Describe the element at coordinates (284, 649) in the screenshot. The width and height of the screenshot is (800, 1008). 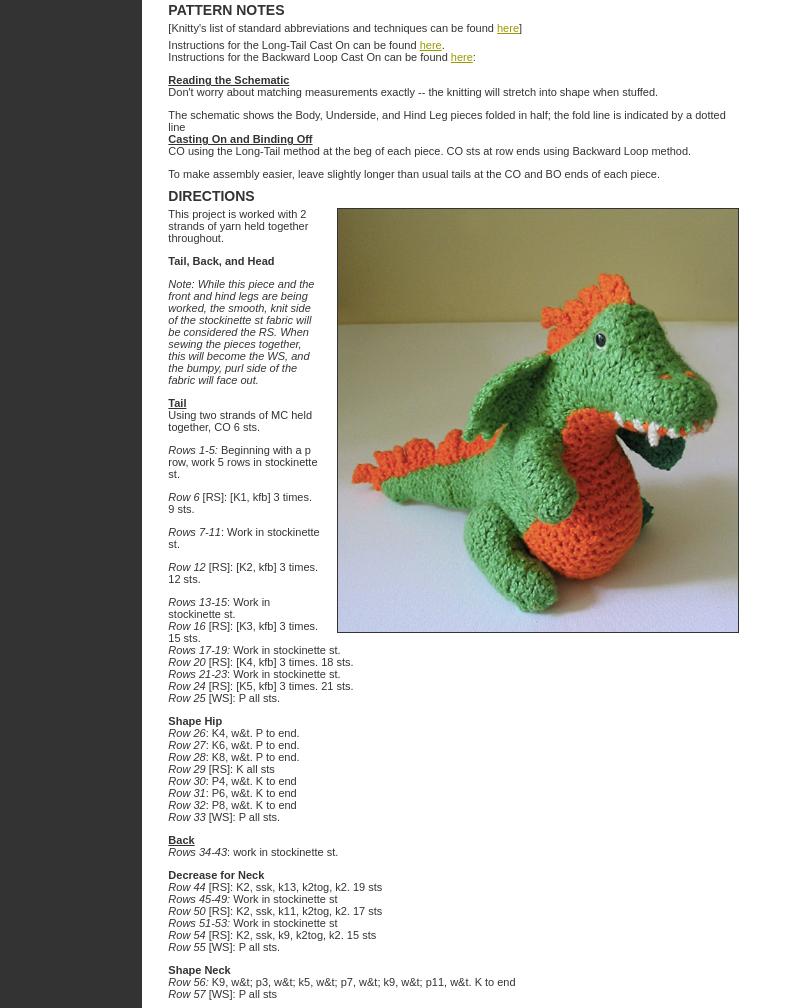
I see `'Work in stockinette st.'` at that location.